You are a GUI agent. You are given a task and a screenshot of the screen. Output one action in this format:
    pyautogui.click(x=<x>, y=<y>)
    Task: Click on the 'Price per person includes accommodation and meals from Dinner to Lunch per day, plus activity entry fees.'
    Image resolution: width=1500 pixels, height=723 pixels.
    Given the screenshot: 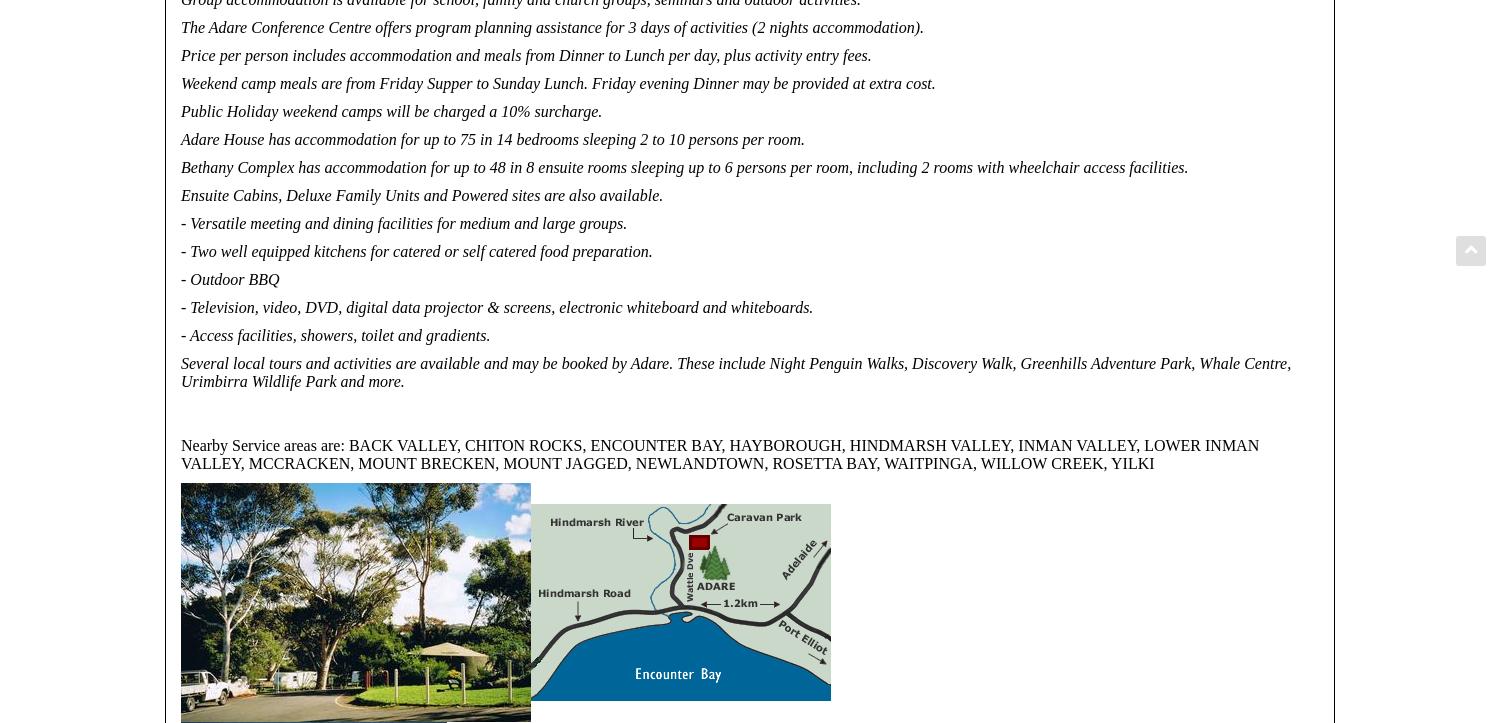 What is the action you would take?
    pyautogui.click(x=526, y=55)
    